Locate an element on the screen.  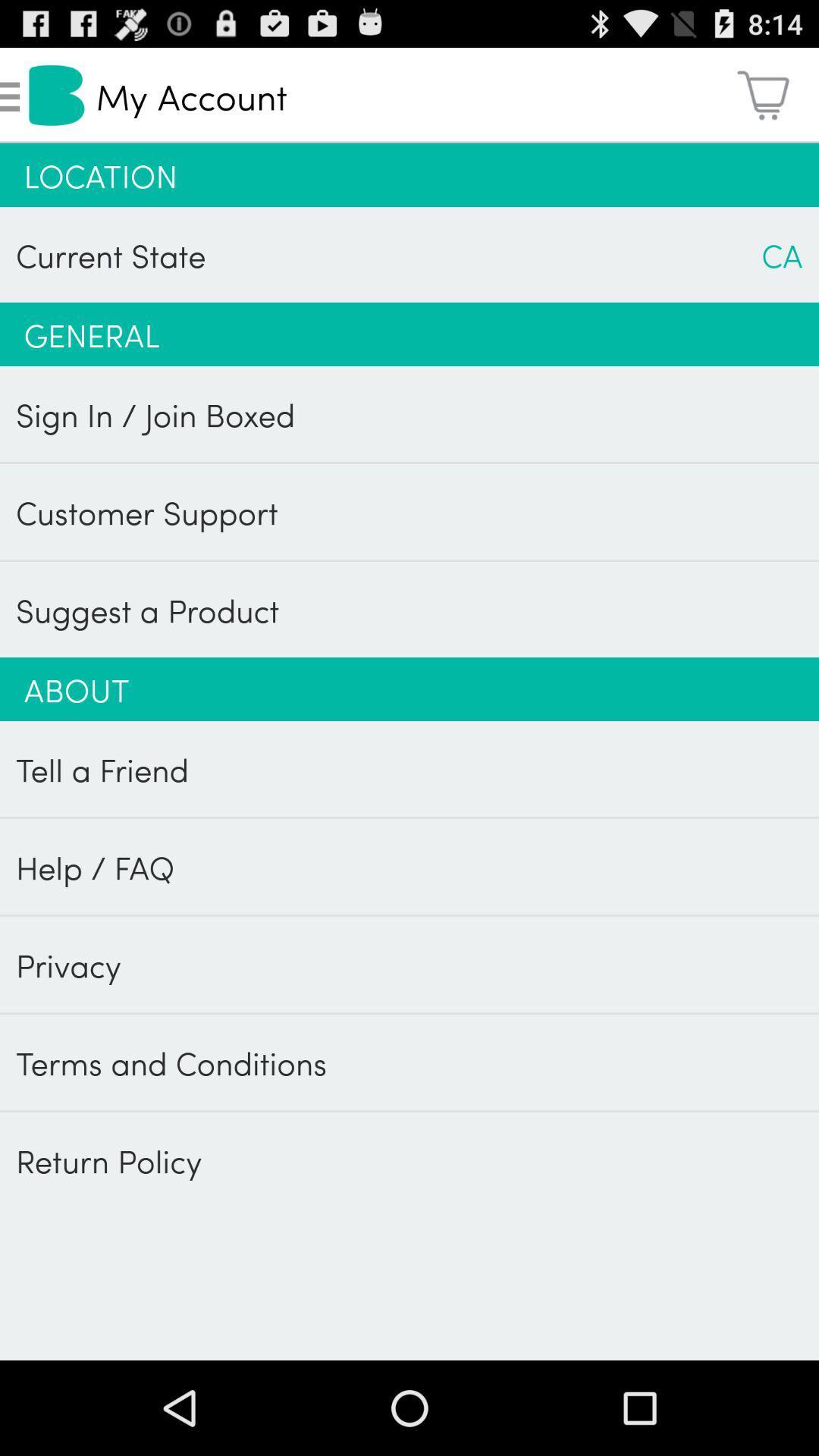
item above sign in join item is located at coordinates (409, 334).